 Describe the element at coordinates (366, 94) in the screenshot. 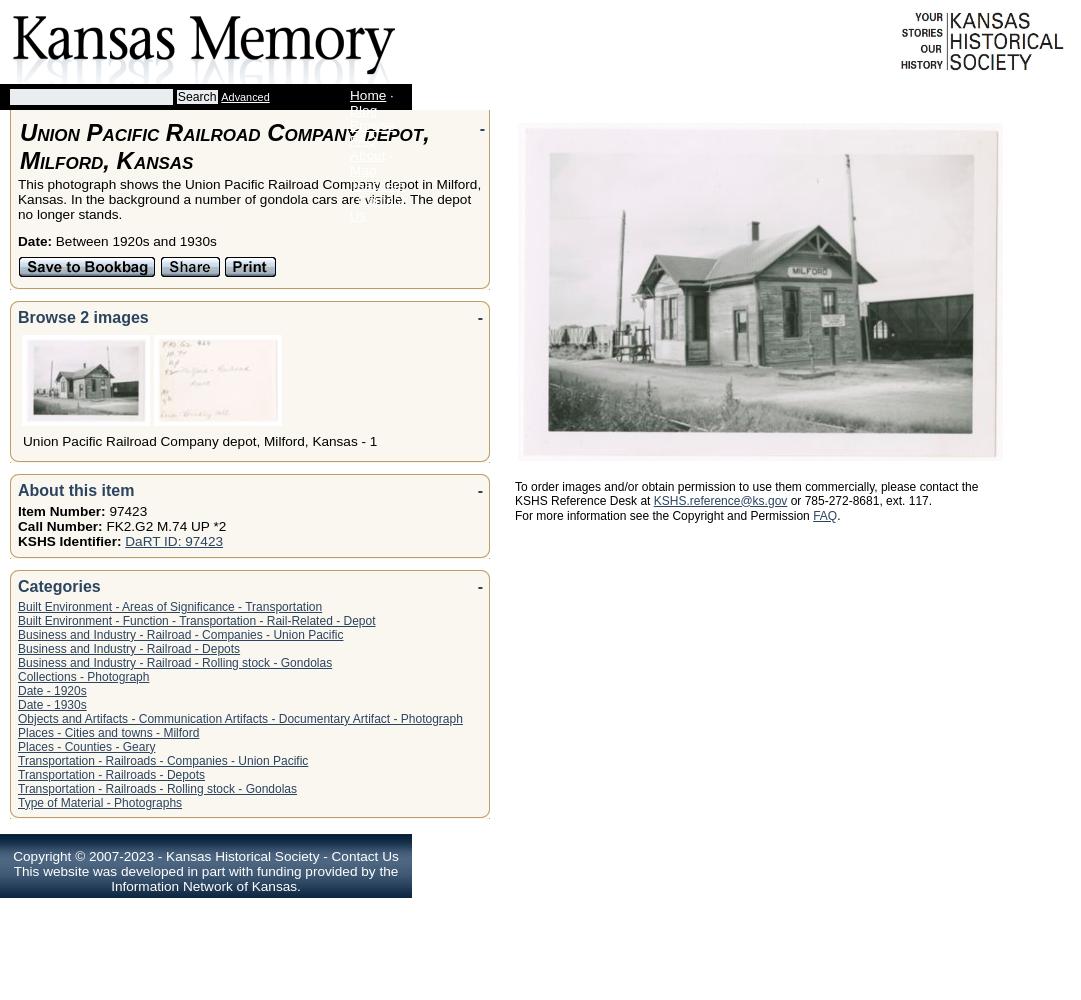

I see `'Home'` at that location.